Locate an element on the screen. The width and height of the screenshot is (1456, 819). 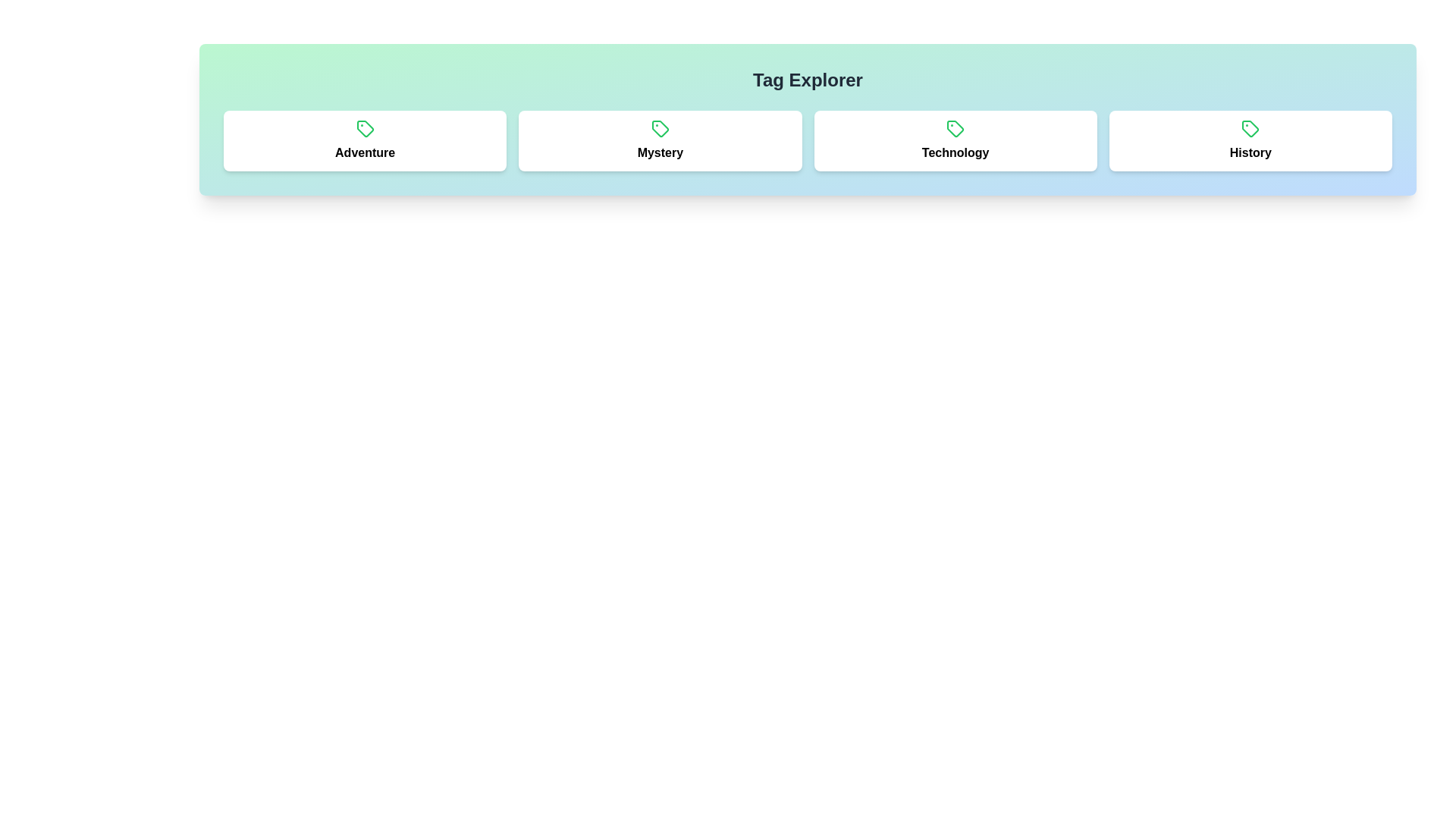
the visual tag icon centered within the second option box labeled 'Mystery' in the 'Tag Explorer' section is located at coordinates (660, 127).